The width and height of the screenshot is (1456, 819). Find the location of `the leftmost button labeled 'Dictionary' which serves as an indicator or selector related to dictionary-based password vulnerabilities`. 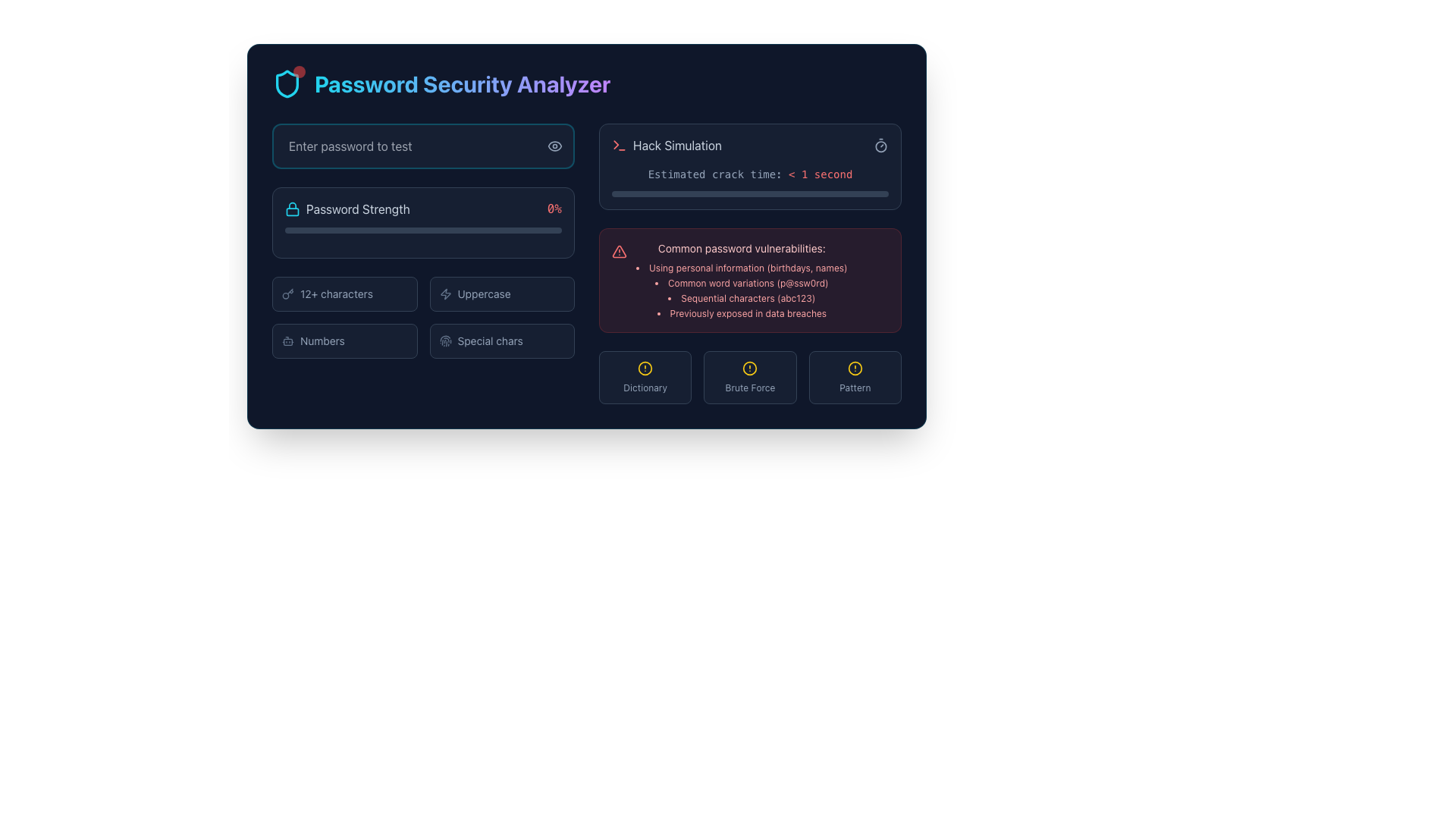

the leftmost button labeled 'Dictionary' which serves as an indicator or selector related to dictionary-based password vulnerabilities is located at coordinates (645, 376).